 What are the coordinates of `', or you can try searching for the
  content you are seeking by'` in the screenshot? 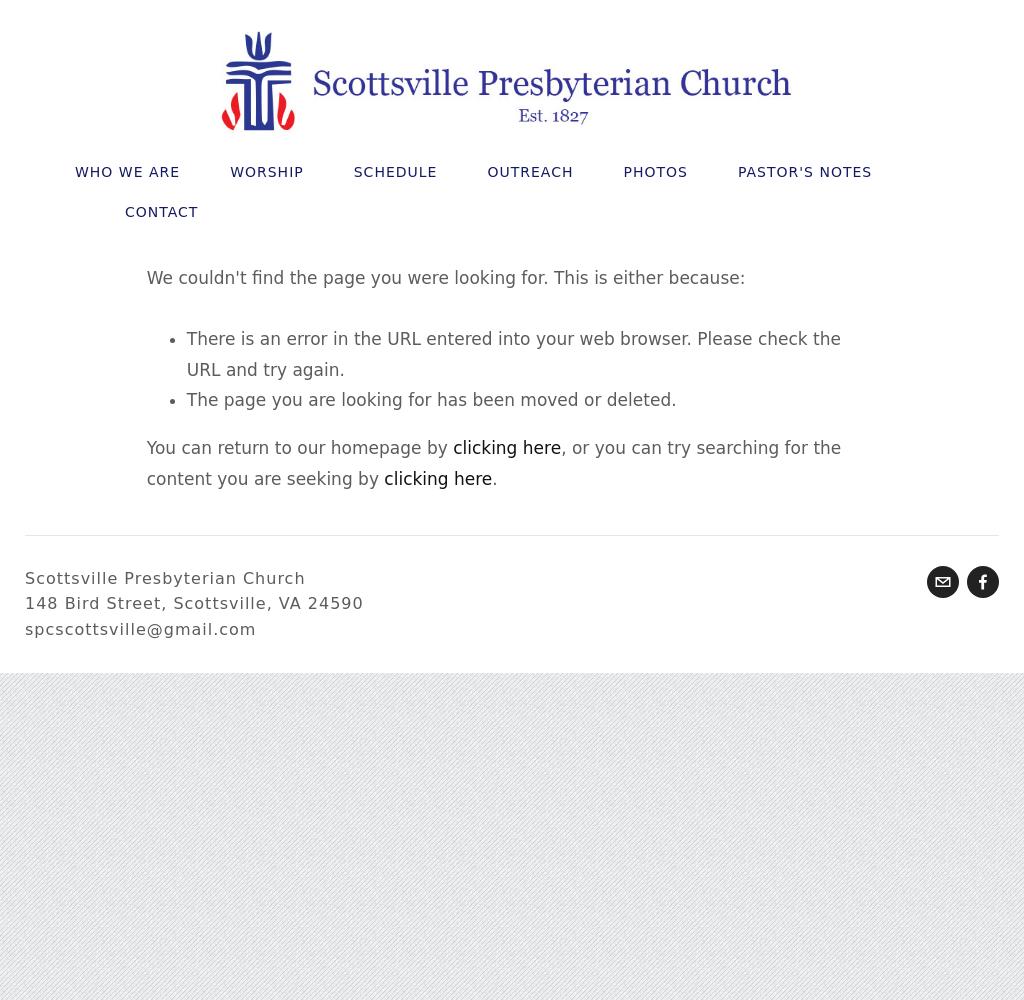 It's located at (145, 461).